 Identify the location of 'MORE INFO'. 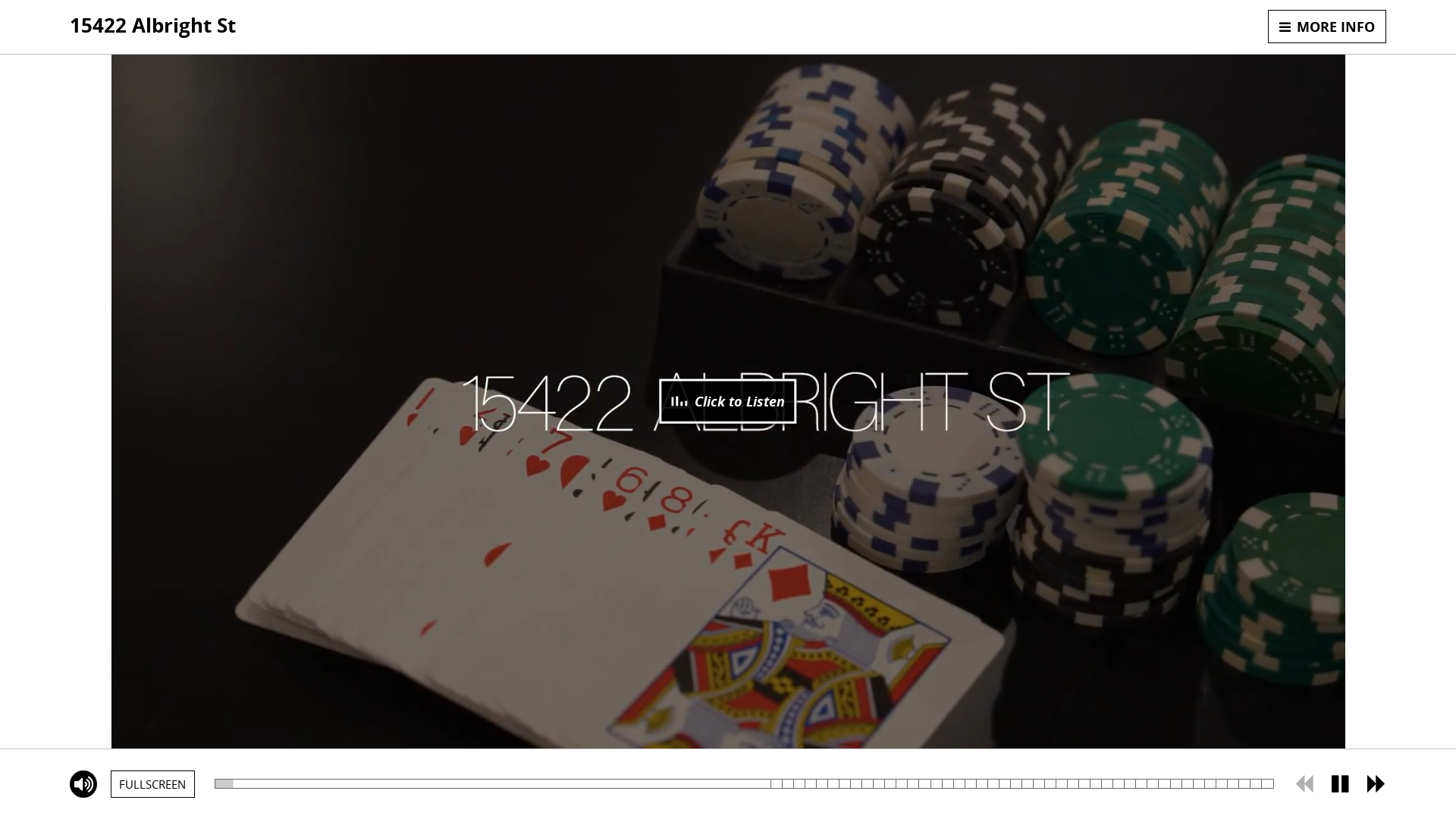
(1326, 26).